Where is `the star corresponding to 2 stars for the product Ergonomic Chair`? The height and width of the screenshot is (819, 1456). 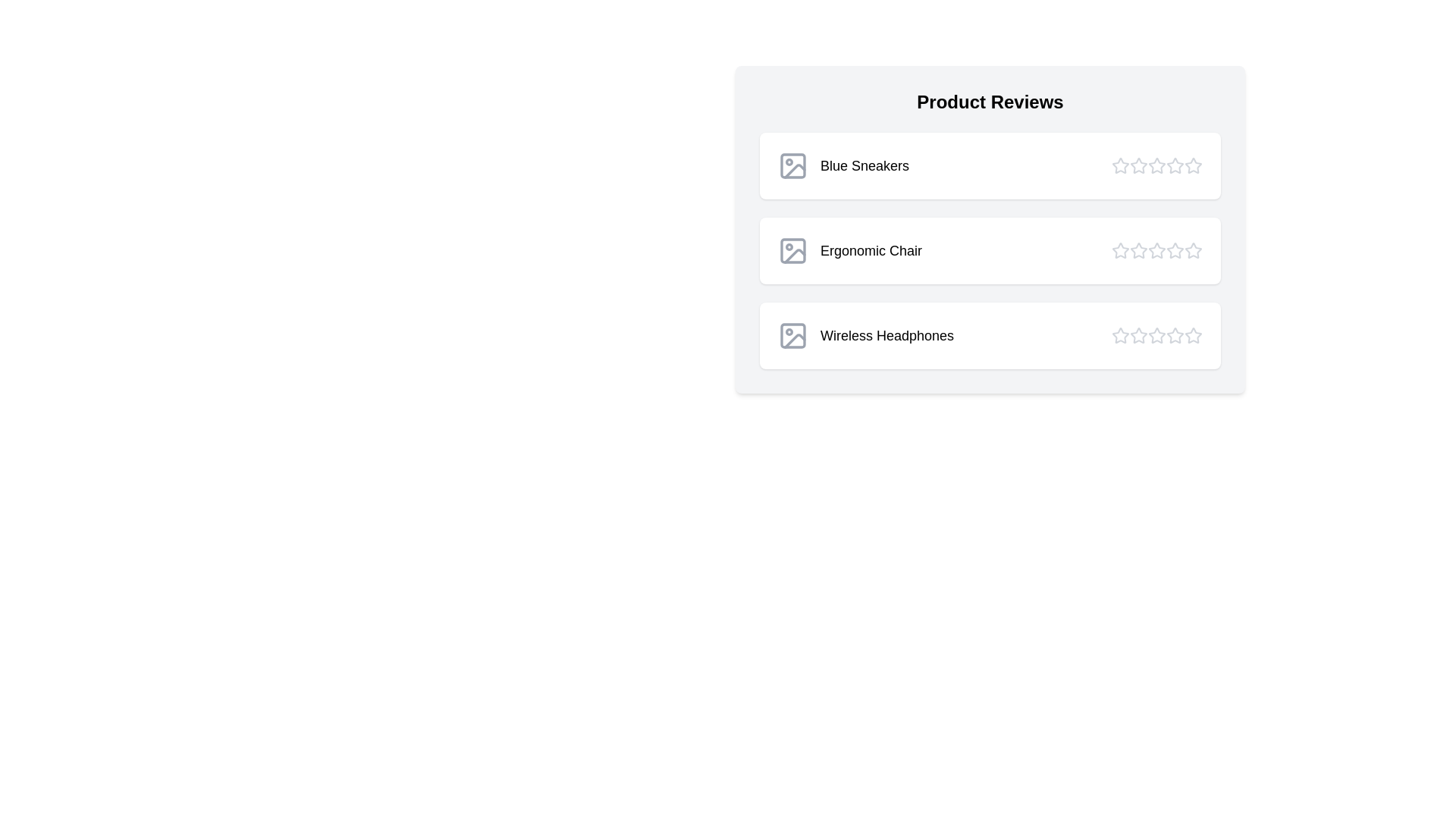 the star corresponding to 2 stars for the product Ergonomic Chair is located at coordinates (1139, 250).